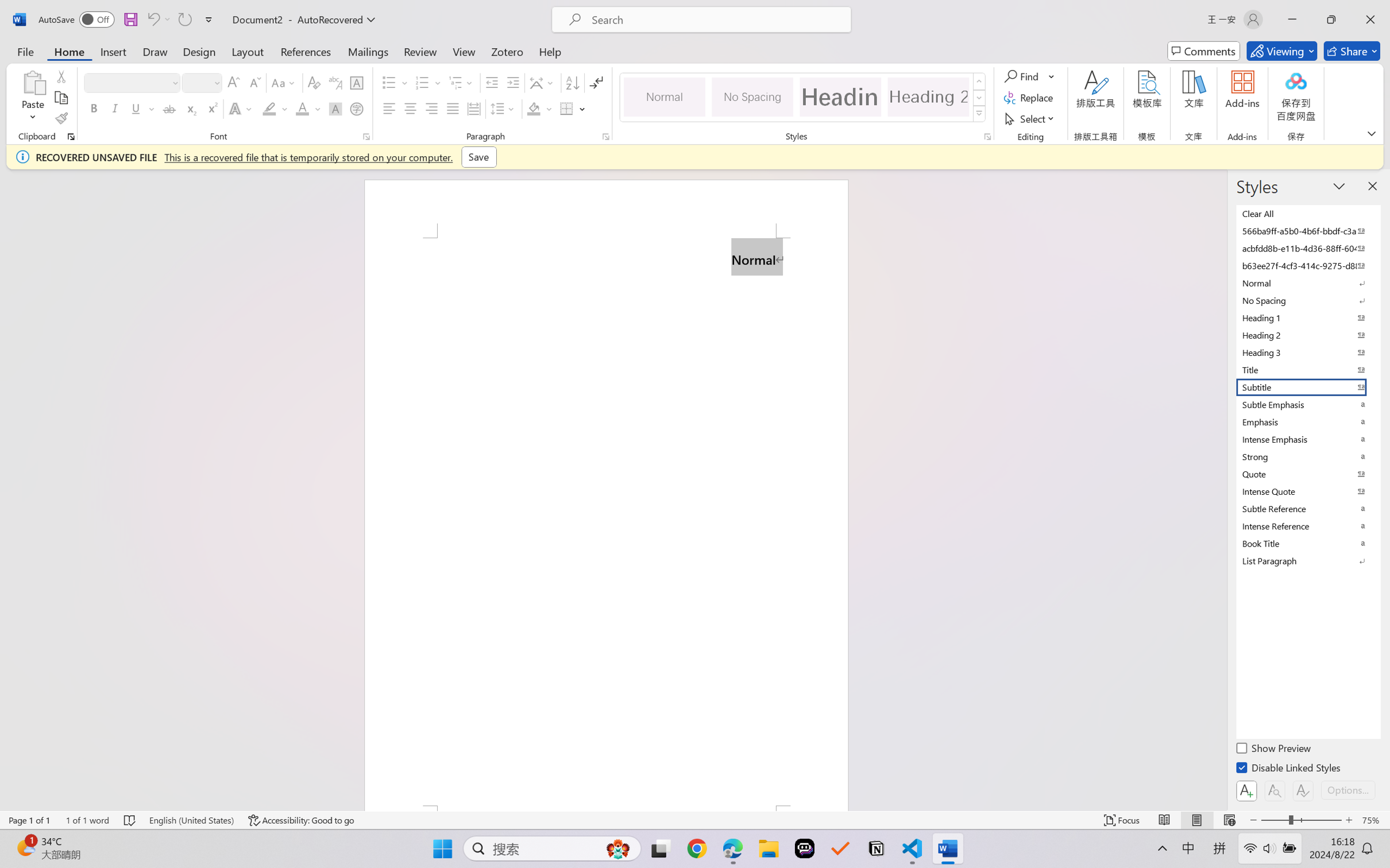 The image size is (1390, 868). What do you see at coordinates (1346, 789) in the screenshot?
I see `'Options...'` at bounding box center [1346, 789].